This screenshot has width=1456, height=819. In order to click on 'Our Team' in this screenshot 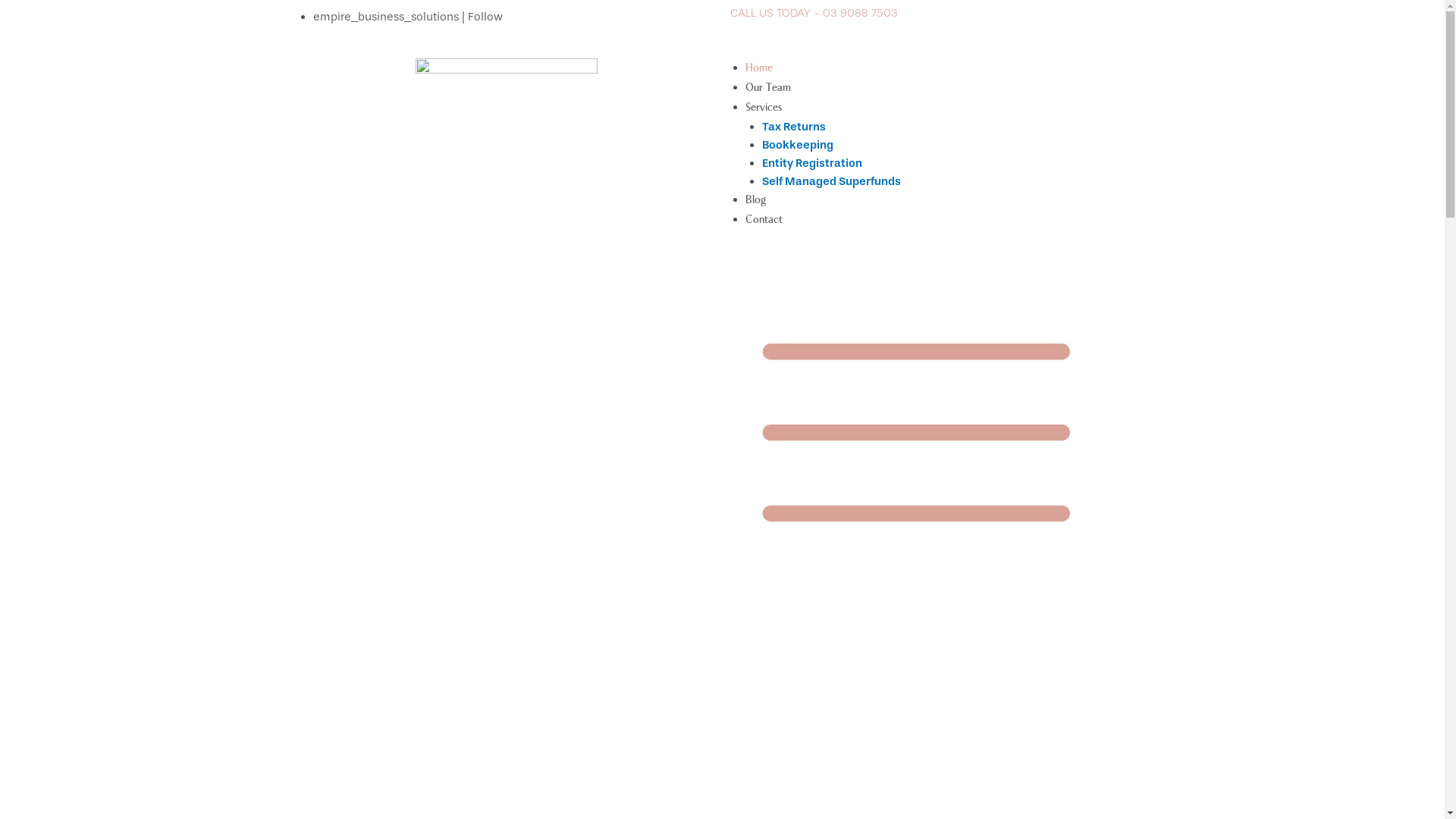, I will do `click(767, 87)`.